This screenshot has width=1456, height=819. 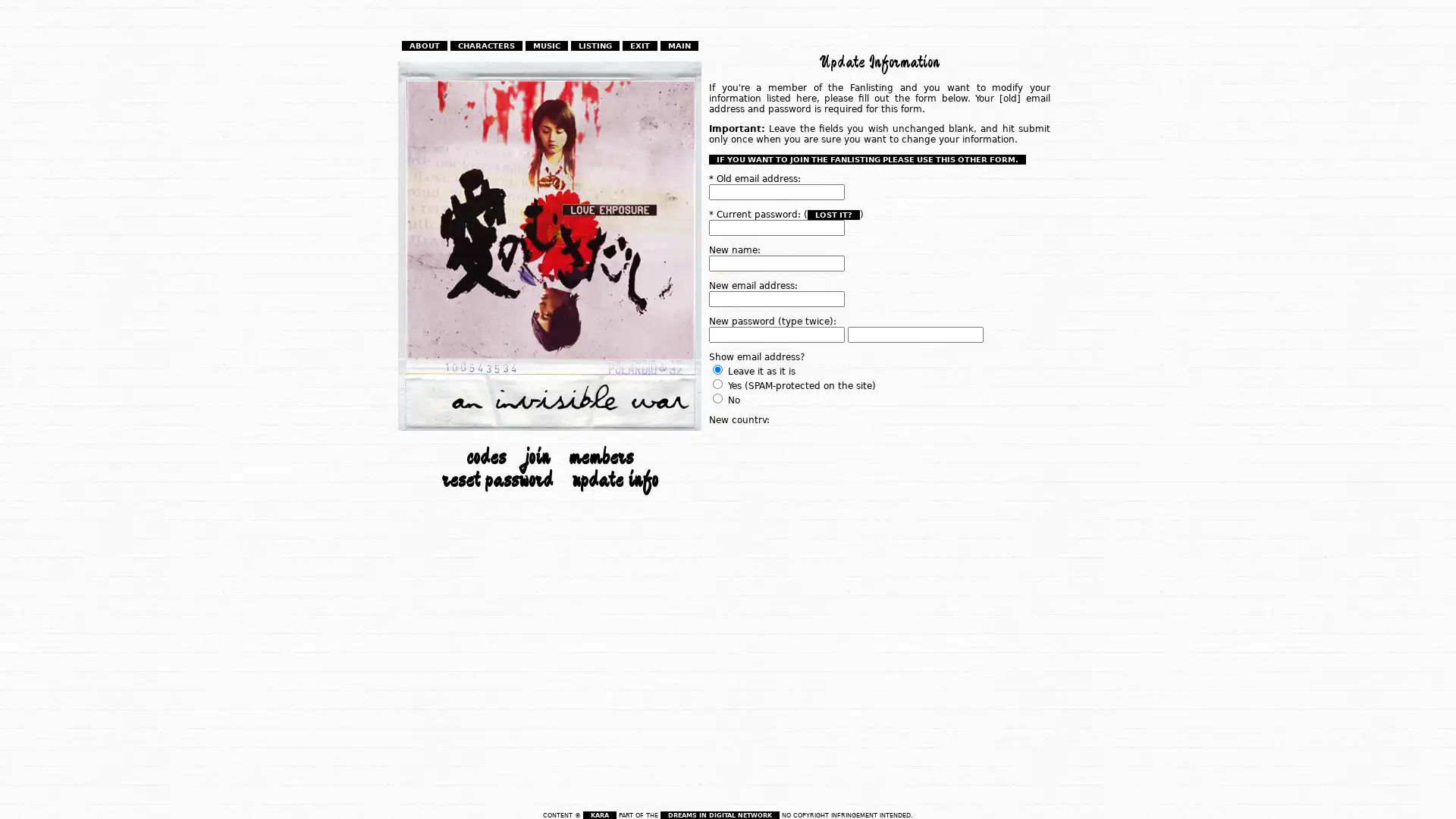 What do you see at coordinates (771, 507) in the screenshot?
I see `Modify my information` at bounding box center [771, 507].